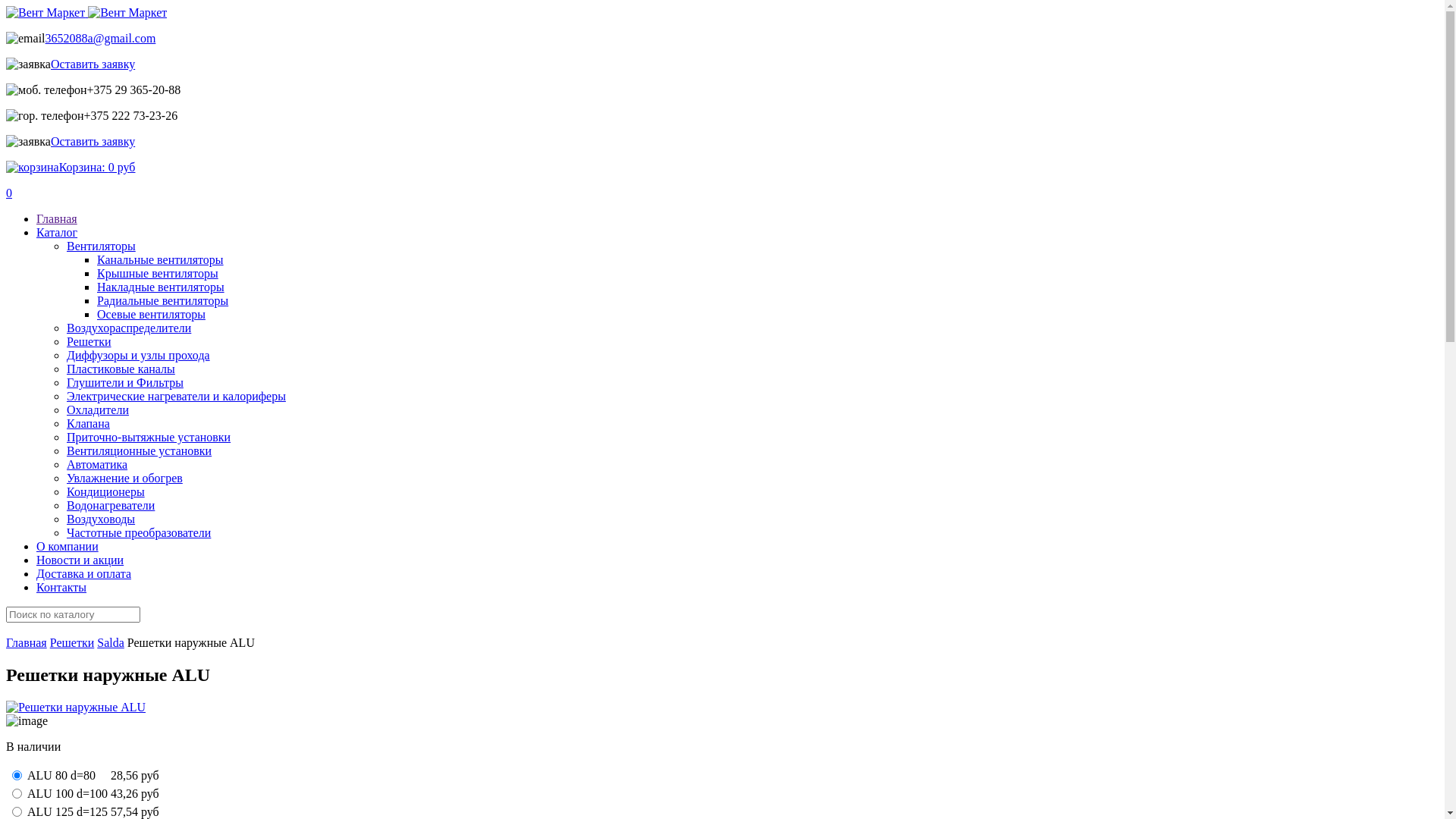  I want to click on '3652088a@gmail.com', so click(100, 37).